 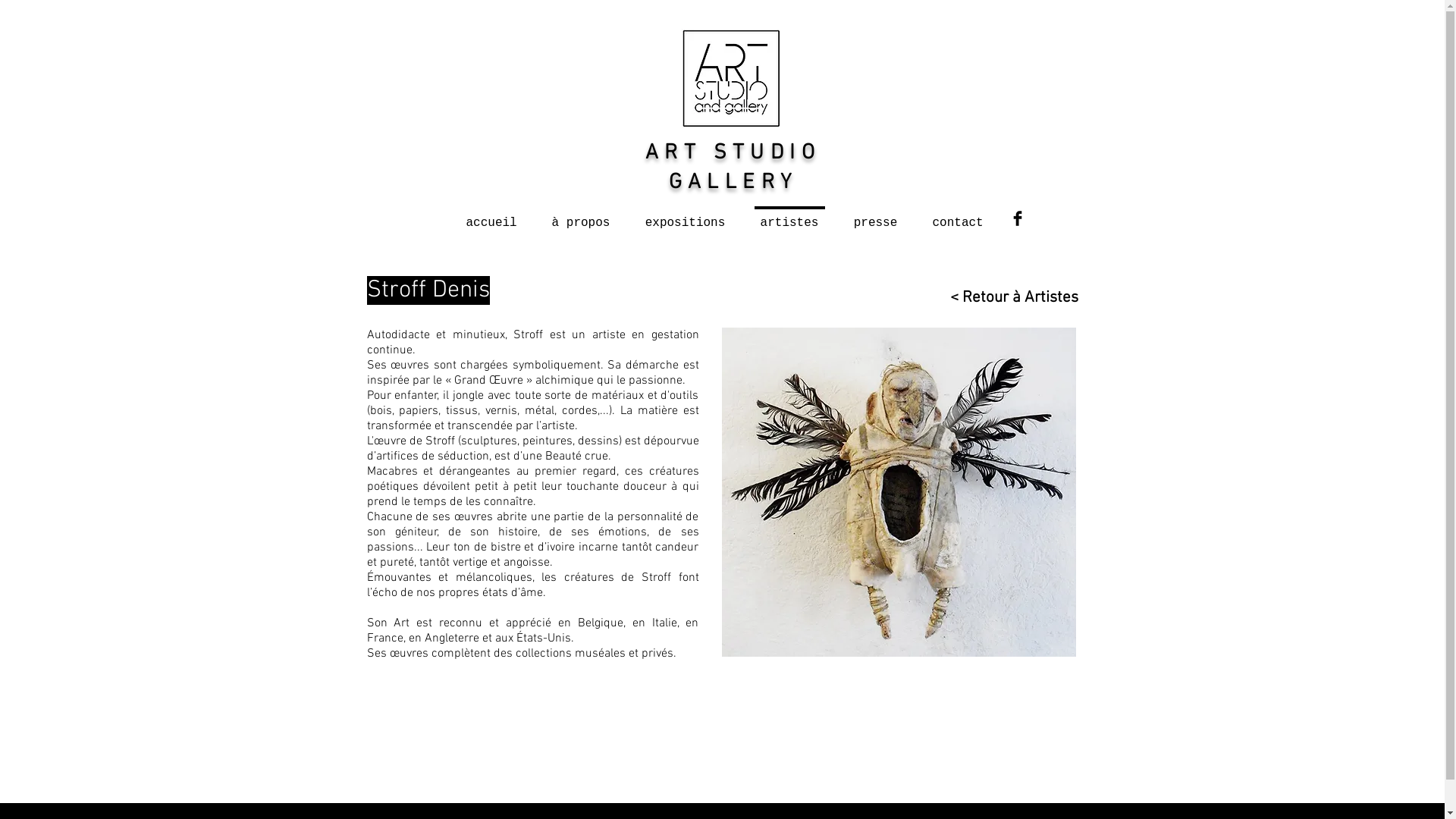 I want to click on 'GALLERY', so click(x=733, y=181).